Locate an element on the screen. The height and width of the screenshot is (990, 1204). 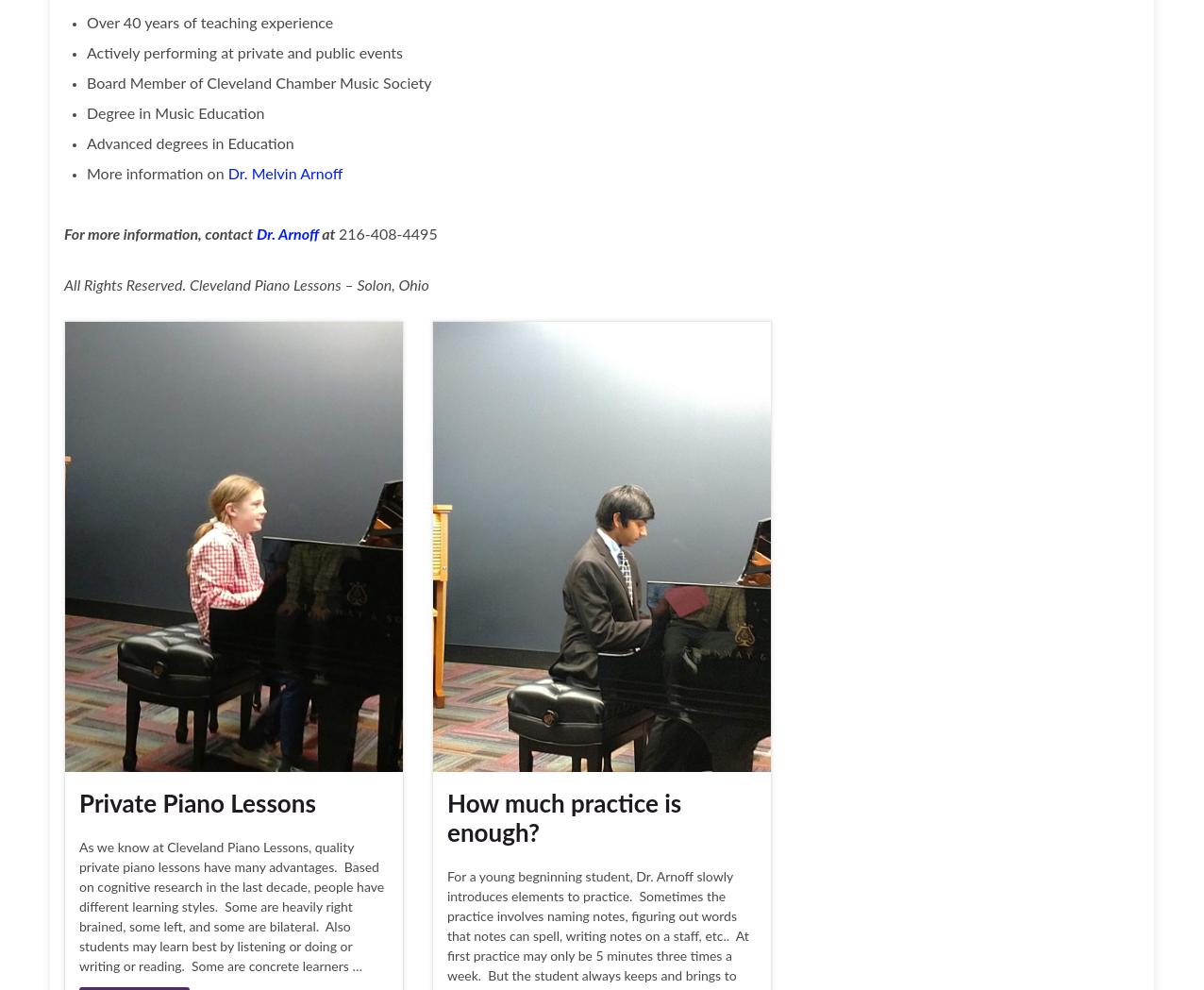
'Board Member of Cleveland Chamber Music Society' is located at coordinates (258, 82).